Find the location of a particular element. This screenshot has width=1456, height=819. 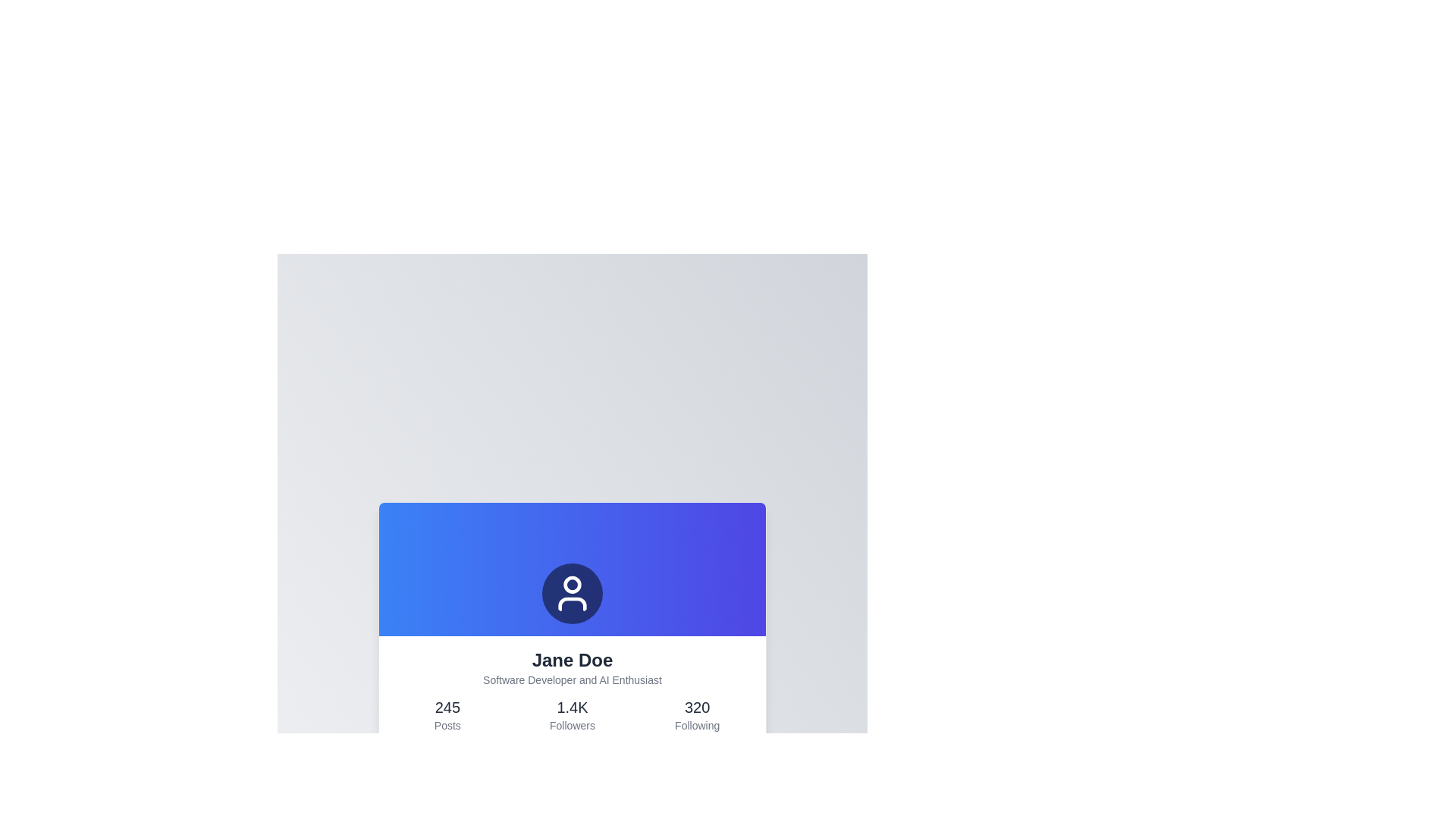

the '320 Following' textual information display element, which is the rightmost in a trio of elements and located at the bottom section of the interface is located at coordinates (696, 714).